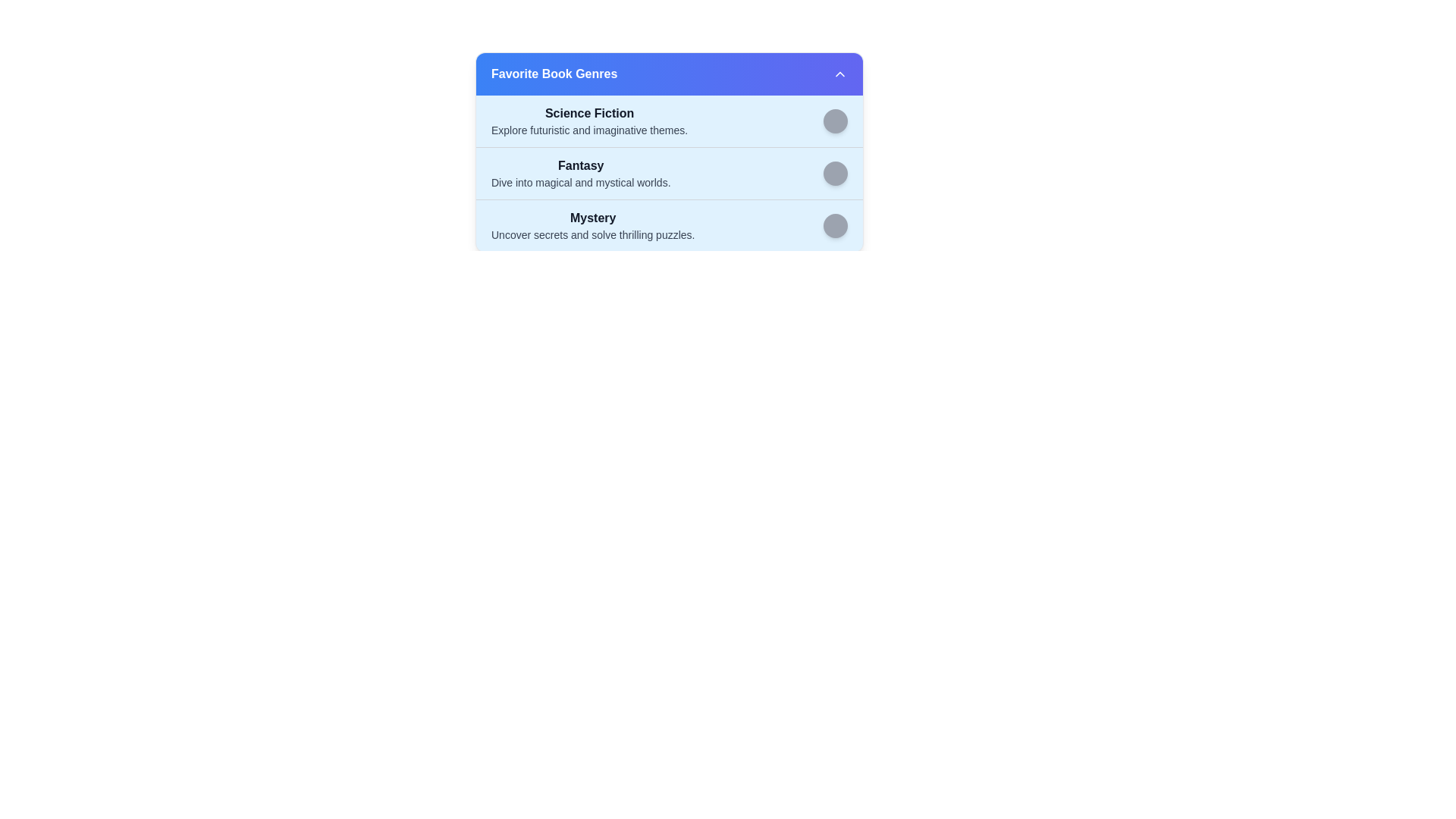 The height and width of the screenshot is (819, 1456). What do you see at coordinates (592, 225) in the screenshot?
I see `the 'Mystery' book genre text block, which is the third item in the vertical list of book genres, located directly below the 'Fantasy' item and above the blue circular button` at bounding box center [592, 225].